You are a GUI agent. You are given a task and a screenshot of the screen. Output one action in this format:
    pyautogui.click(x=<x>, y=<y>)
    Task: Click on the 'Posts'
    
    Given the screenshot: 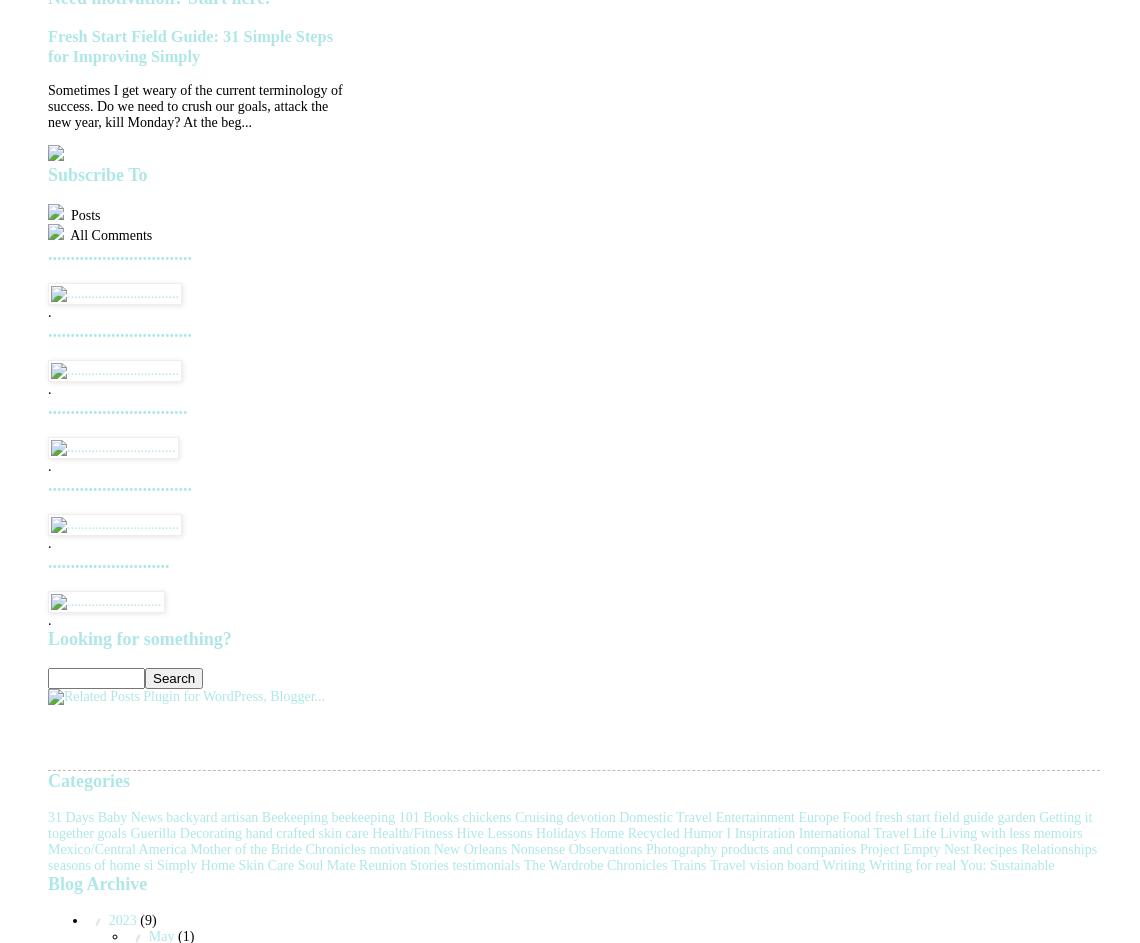 What is the action you would take?
    pyautogui.click(x=82, y=214)
    